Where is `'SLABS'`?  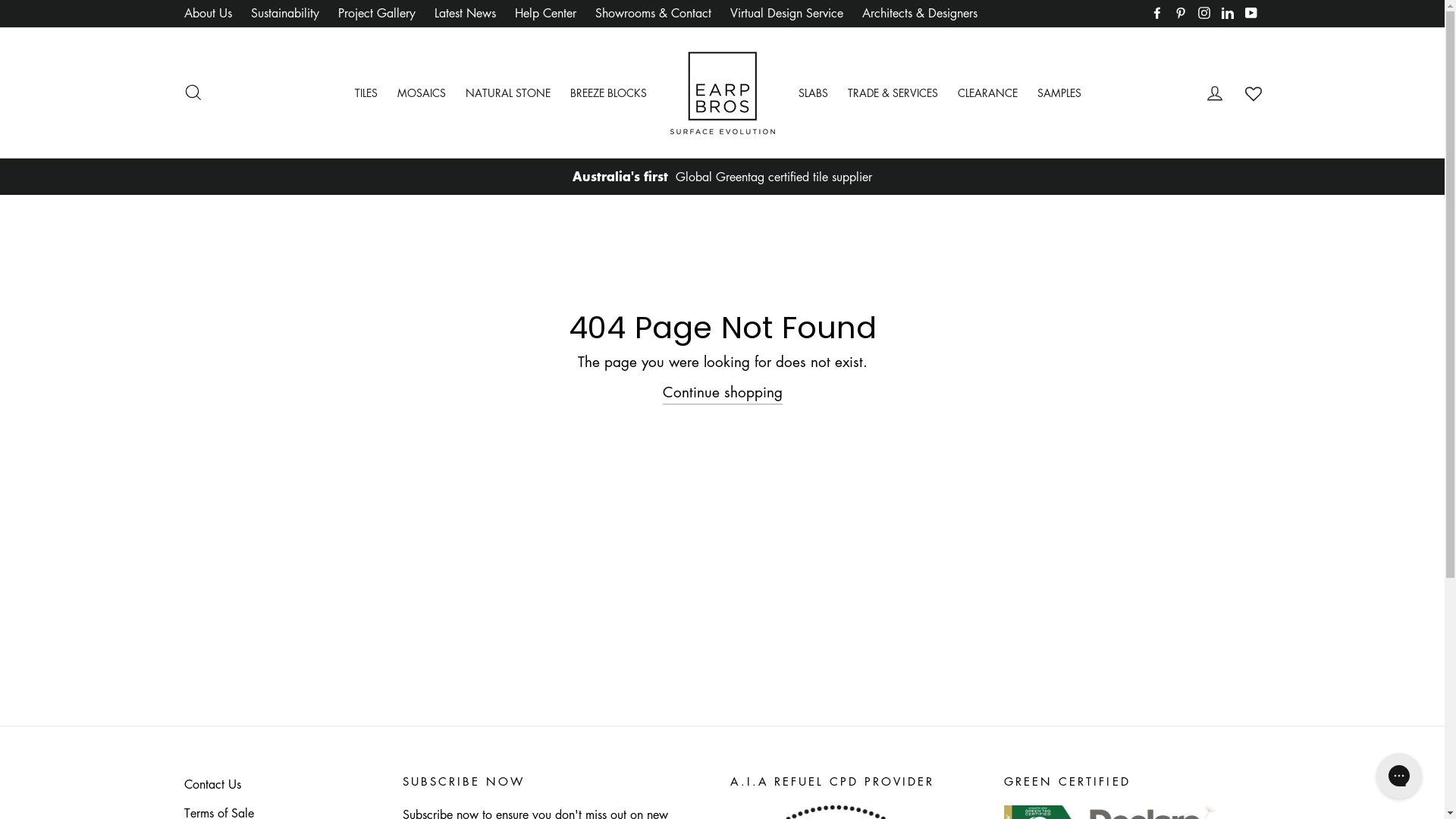 'SLABS' is located at coordinates (811, 93).